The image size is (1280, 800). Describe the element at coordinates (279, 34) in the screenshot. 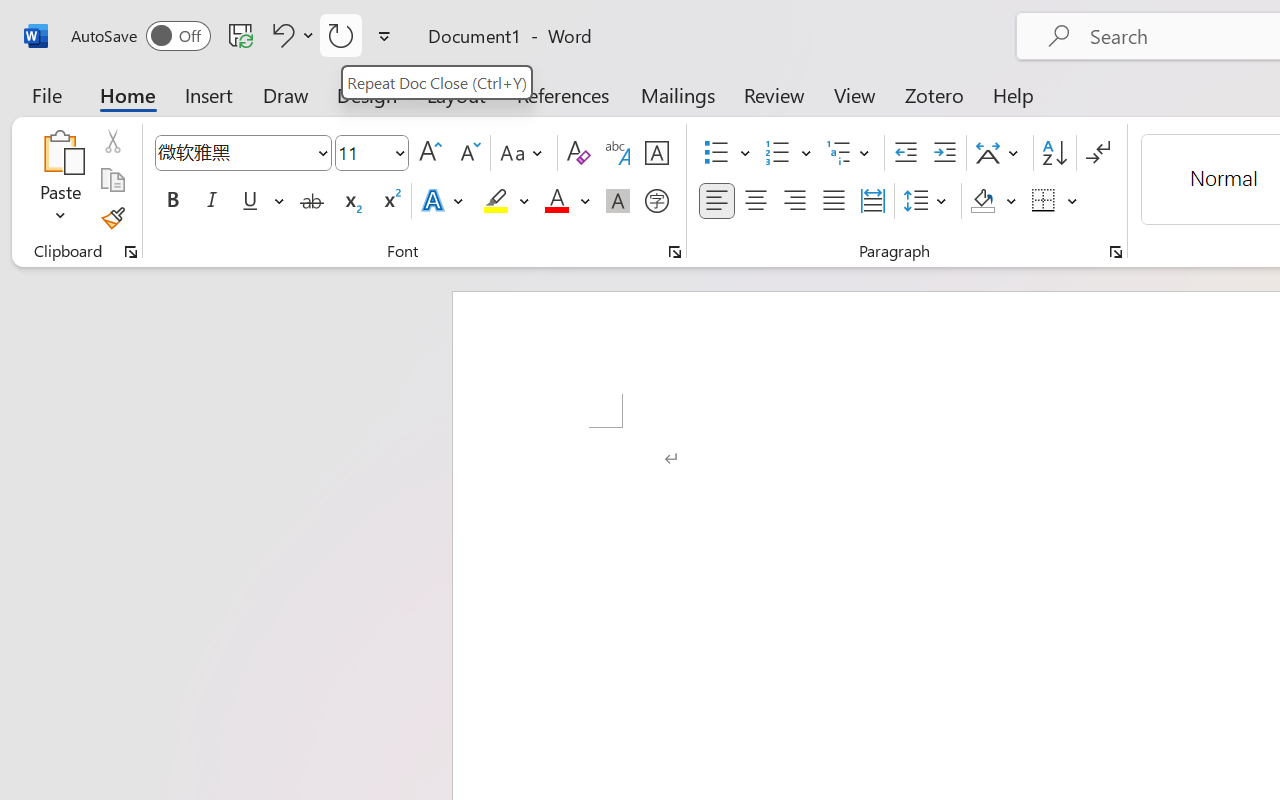

I see `'Undo <ApplyStyleToDoc>b__0'` at that location.